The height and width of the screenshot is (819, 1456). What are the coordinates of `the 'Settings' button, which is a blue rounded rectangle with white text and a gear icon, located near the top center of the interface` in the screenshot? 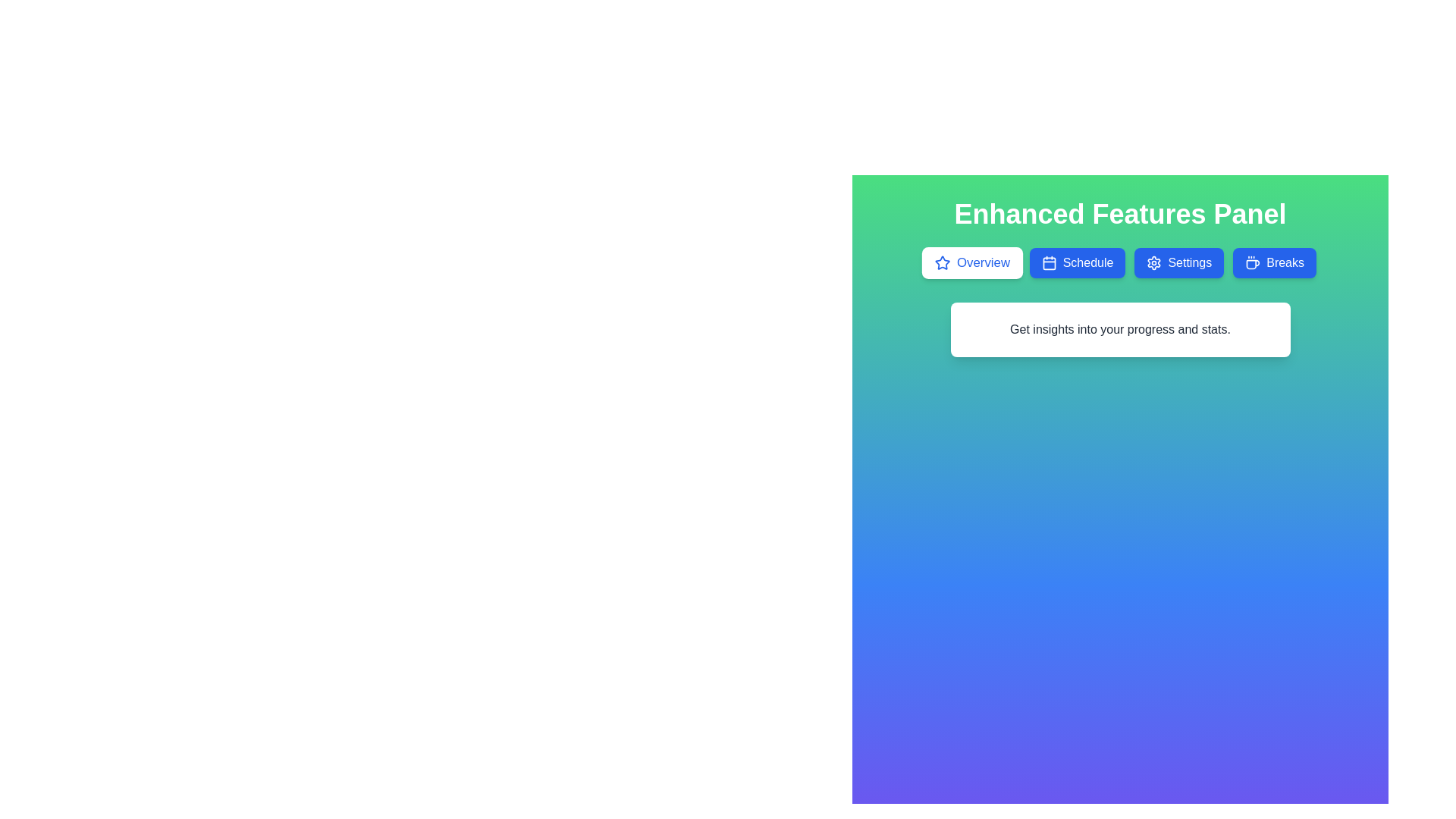 It's located at (1178, 262).